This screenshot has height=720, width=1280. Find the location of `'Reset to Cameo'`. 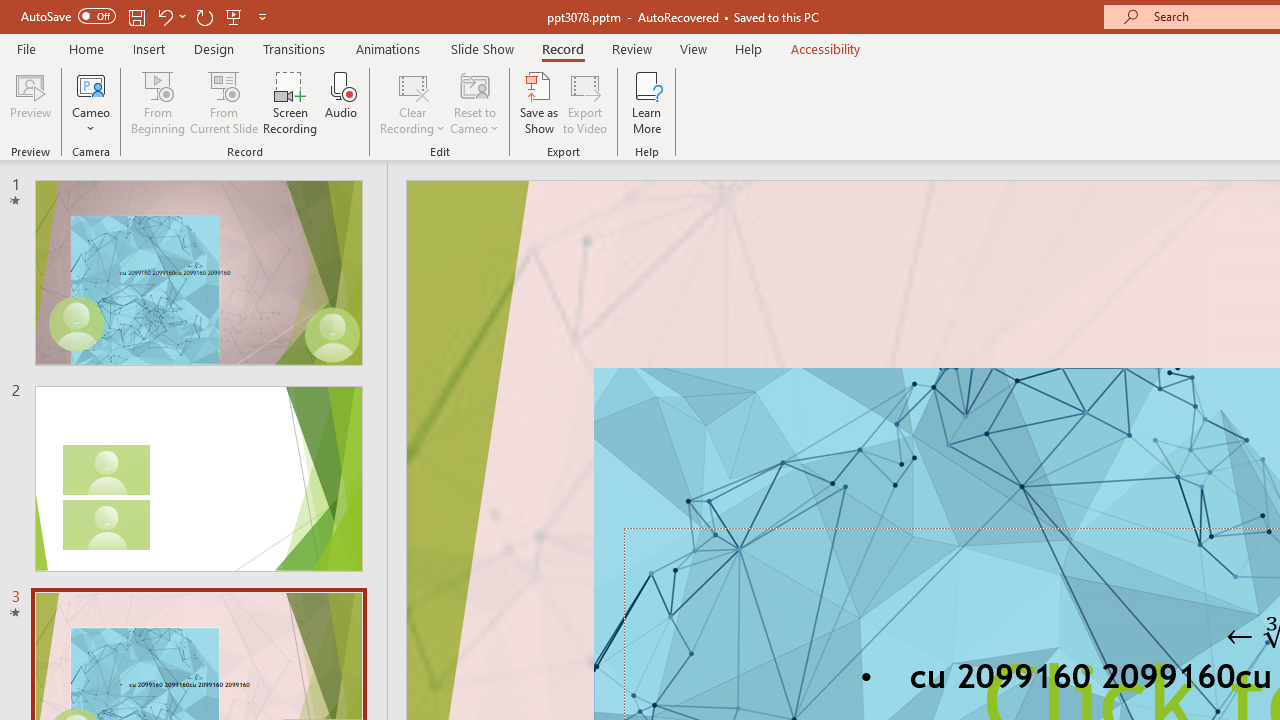

'Reset to Cameo' is located at coordinates (473, 103).